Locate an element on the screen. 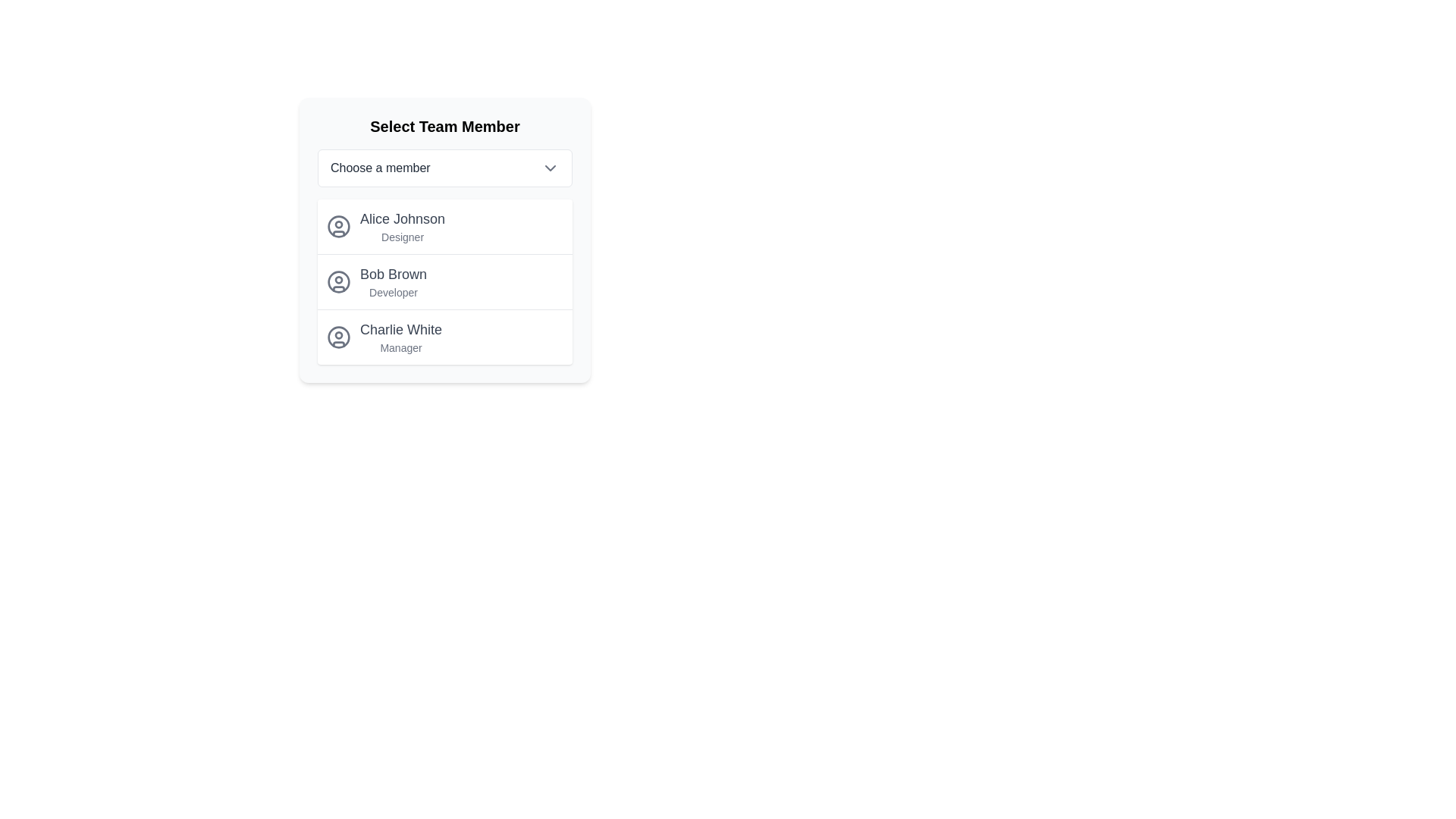 This screenshot has height=819, width=1456. the user profile icon representing 'Alice Johnson Designer' located on the left side of the text in the 'Select Team Member' interface is located at coordinates (337, 227).